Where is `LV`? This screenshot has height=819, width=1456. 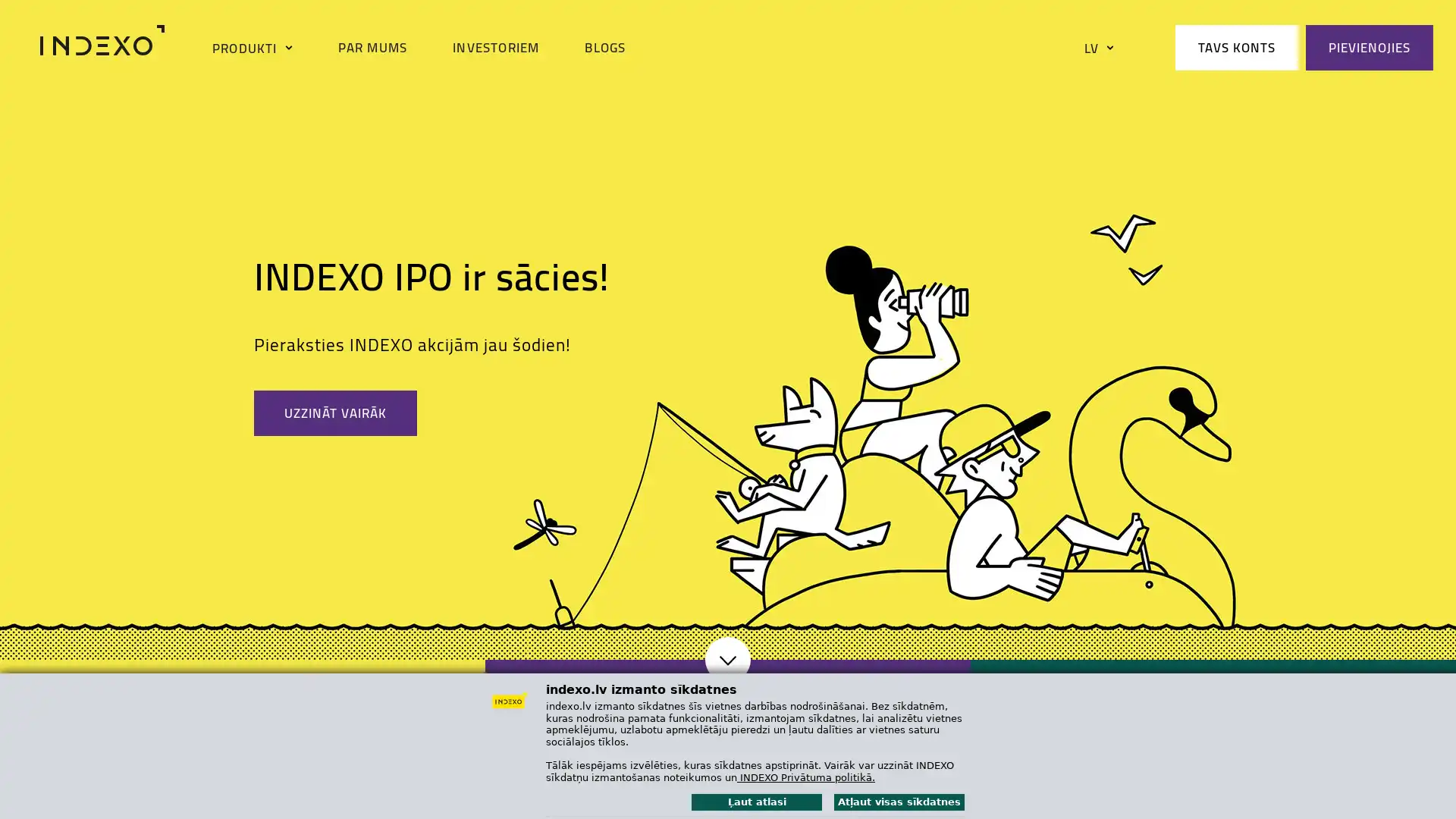 LV is located at coordinates (1099, 47).